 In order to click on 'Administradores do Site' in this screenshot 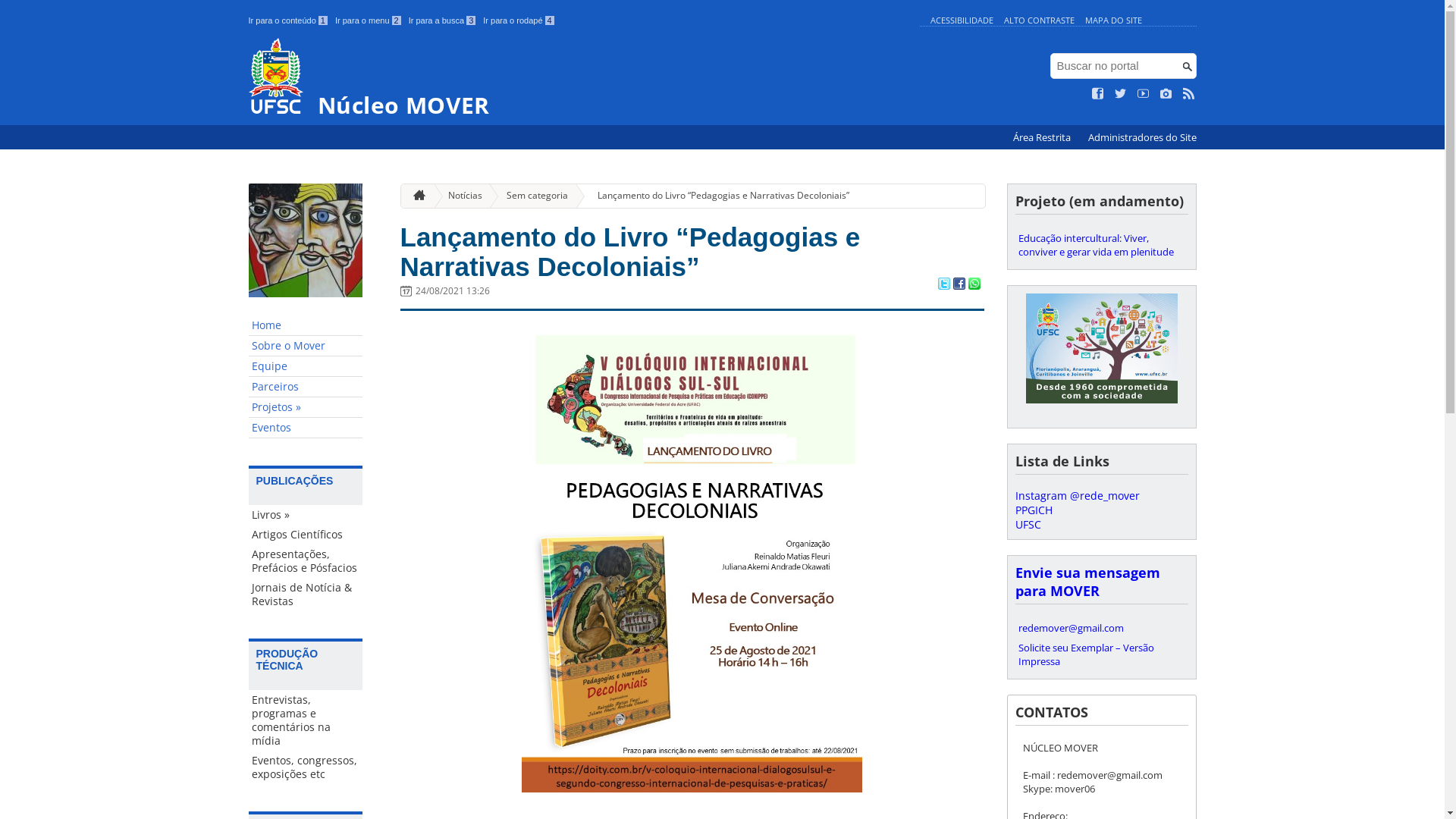, I will do `click(1141, 137)`.